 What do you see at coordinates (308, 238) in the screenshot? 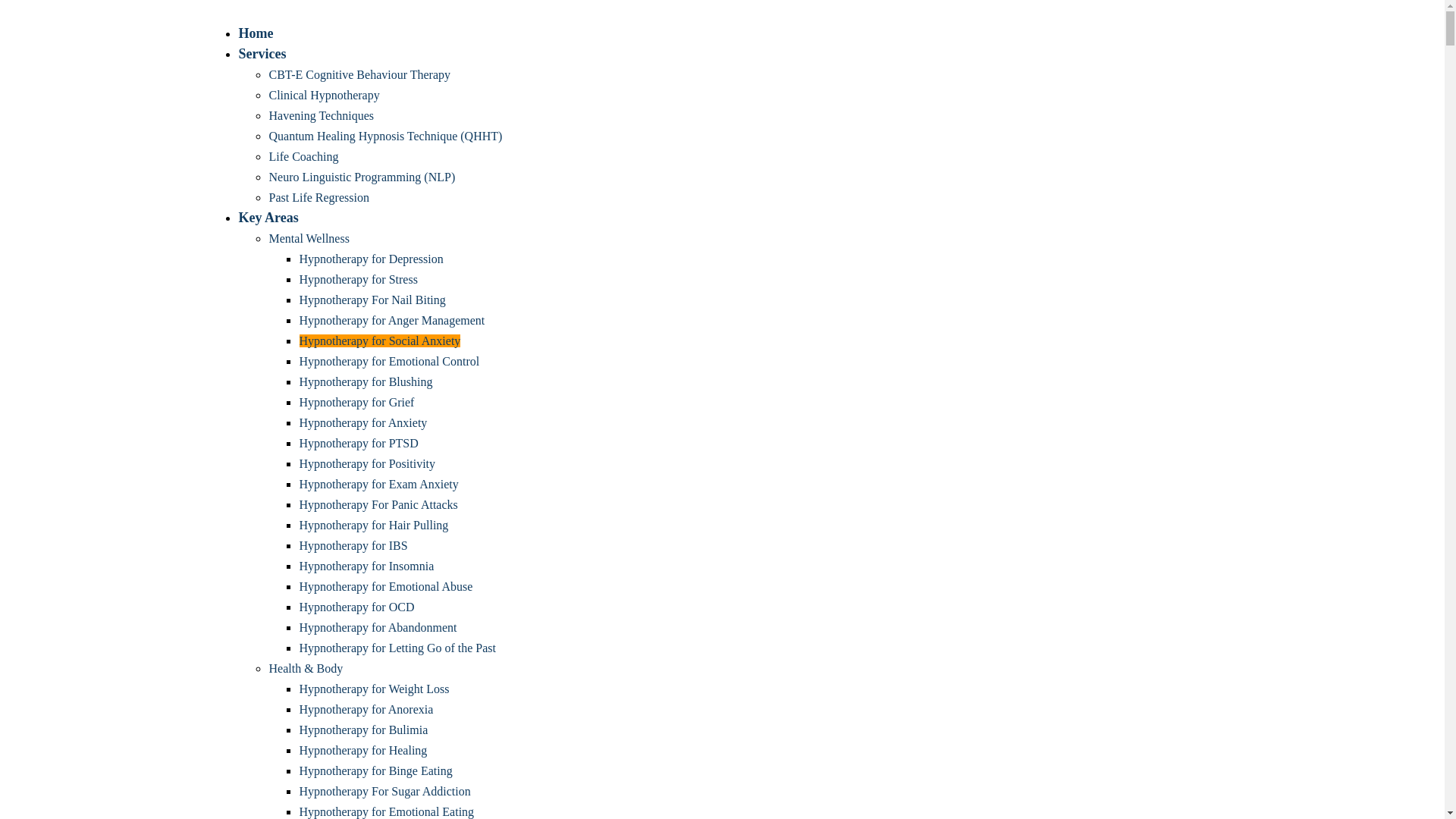
I see `'Mental Wellness'` at bounding box center [308, 238].